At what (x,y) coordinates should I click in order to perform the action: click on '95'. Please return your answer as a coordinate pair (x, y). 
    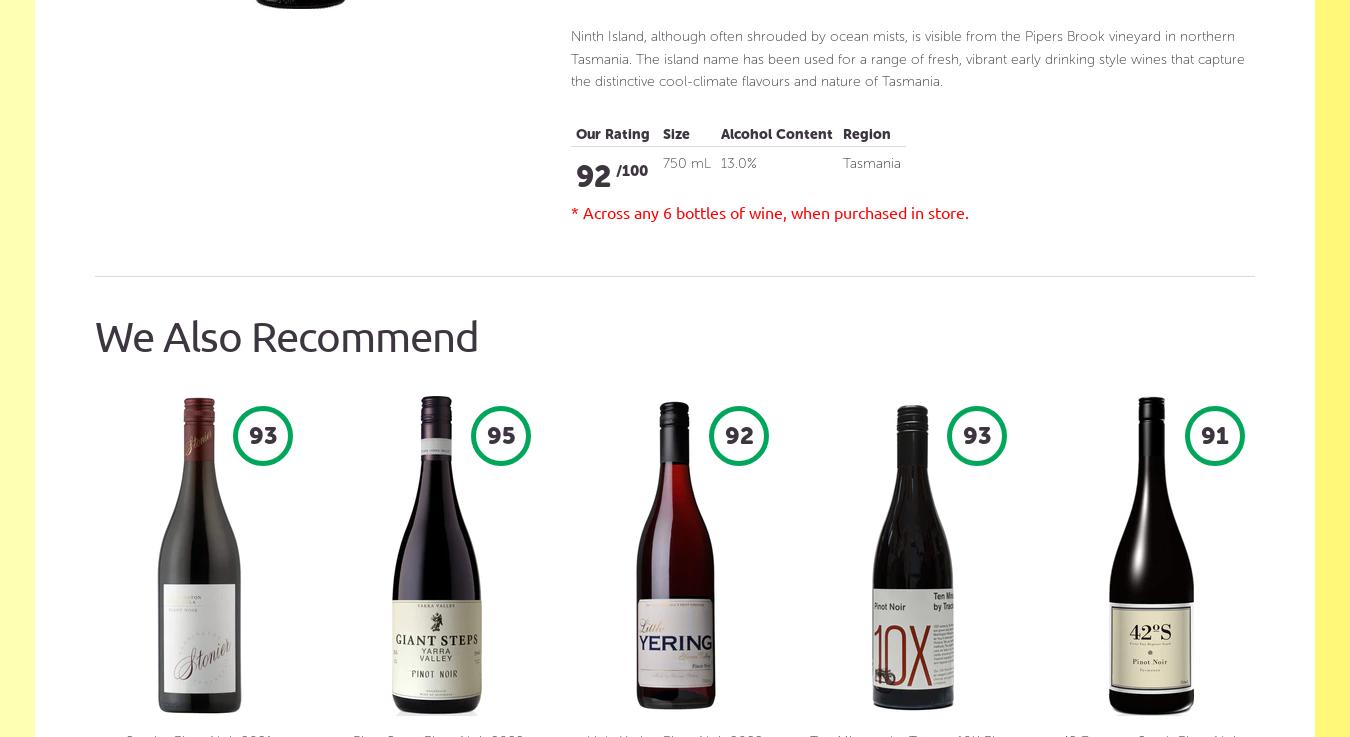
    Looking at the image, I should click on (499, 433).